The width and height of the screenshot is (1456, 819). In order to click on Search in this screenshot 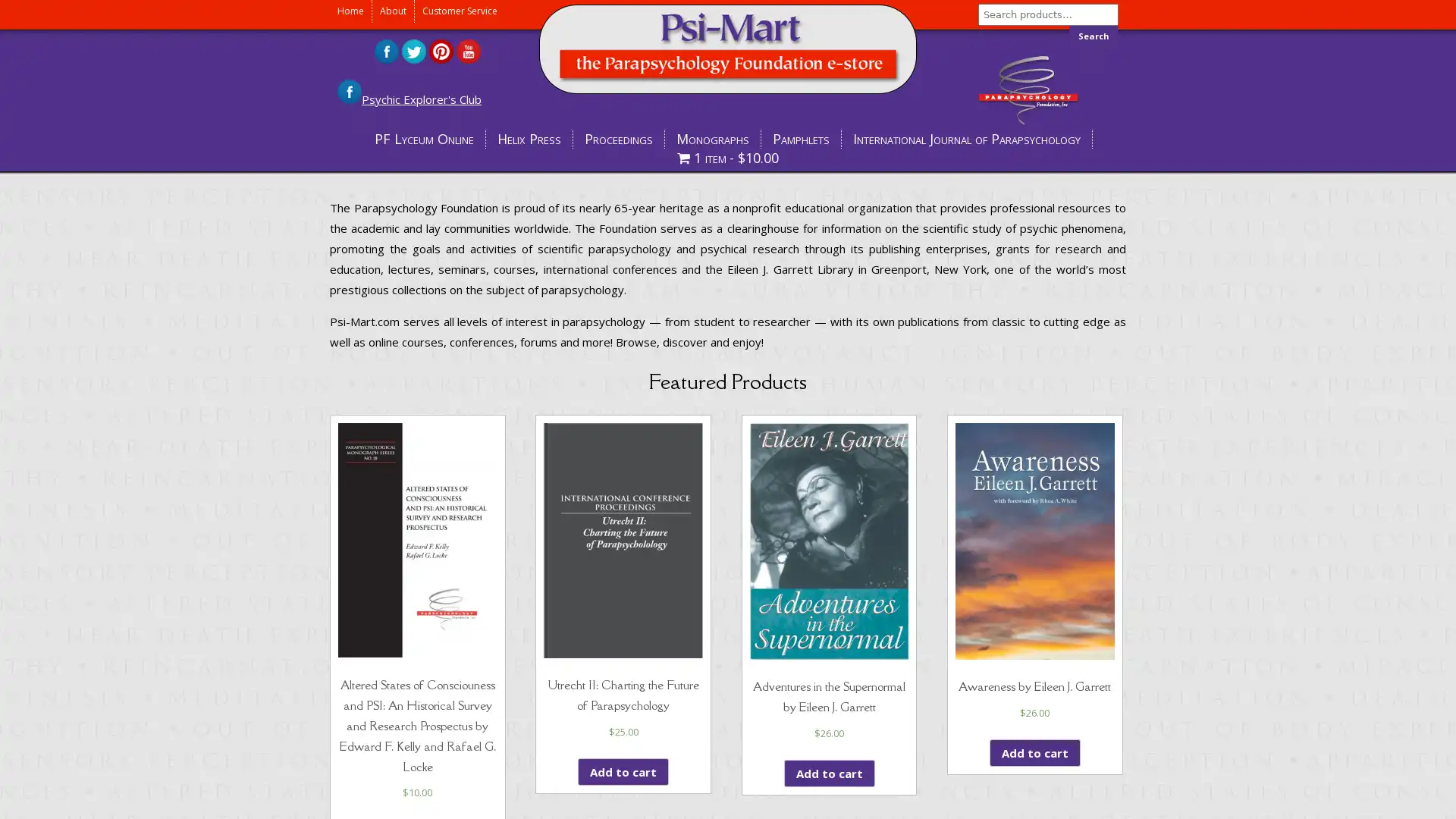, I will do `click(1094, 35)`.